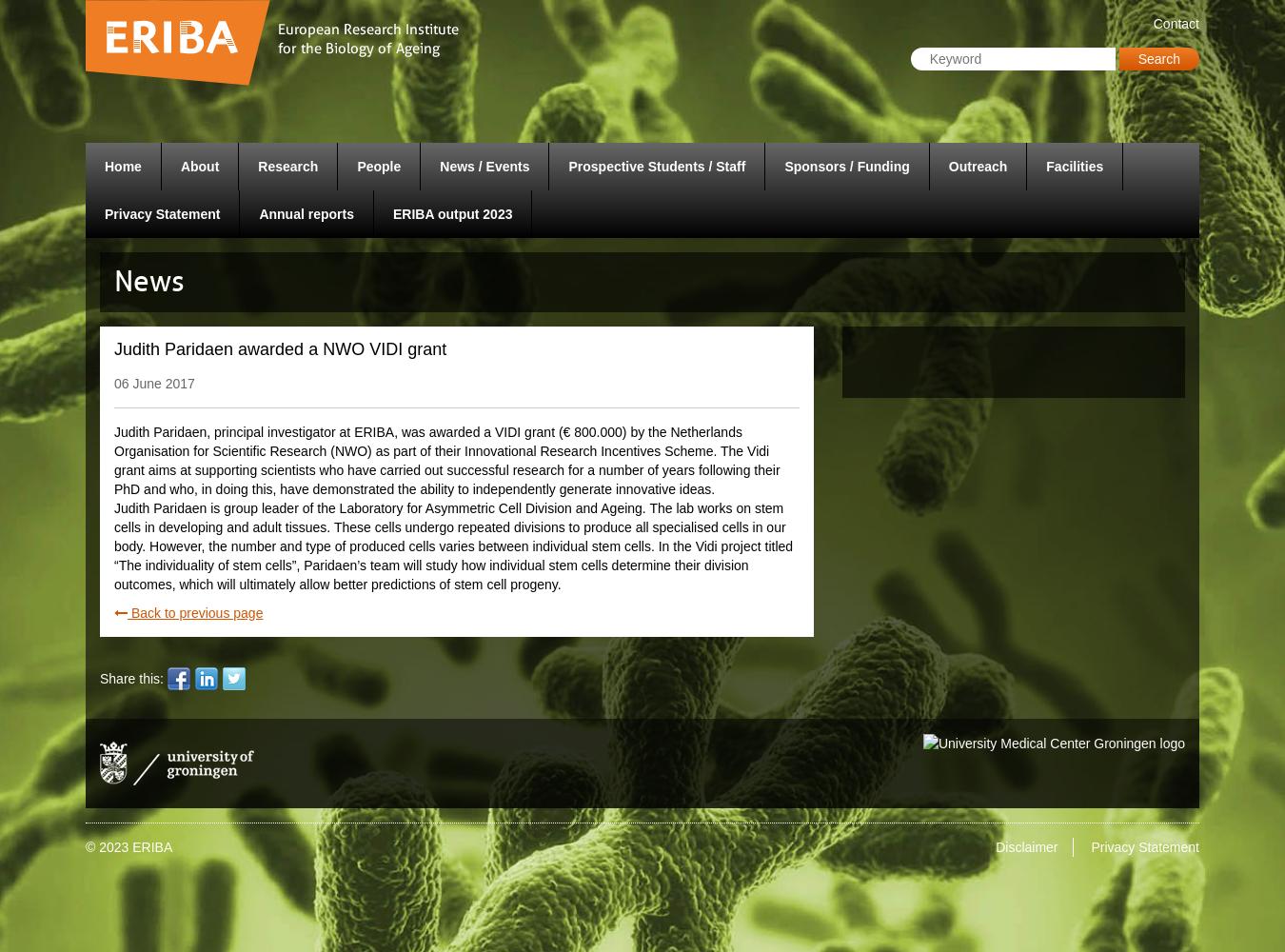 The width and height of the screenshot is (1285, 952). I want to click on 'Sponsors / Funding', so click(846, 167).